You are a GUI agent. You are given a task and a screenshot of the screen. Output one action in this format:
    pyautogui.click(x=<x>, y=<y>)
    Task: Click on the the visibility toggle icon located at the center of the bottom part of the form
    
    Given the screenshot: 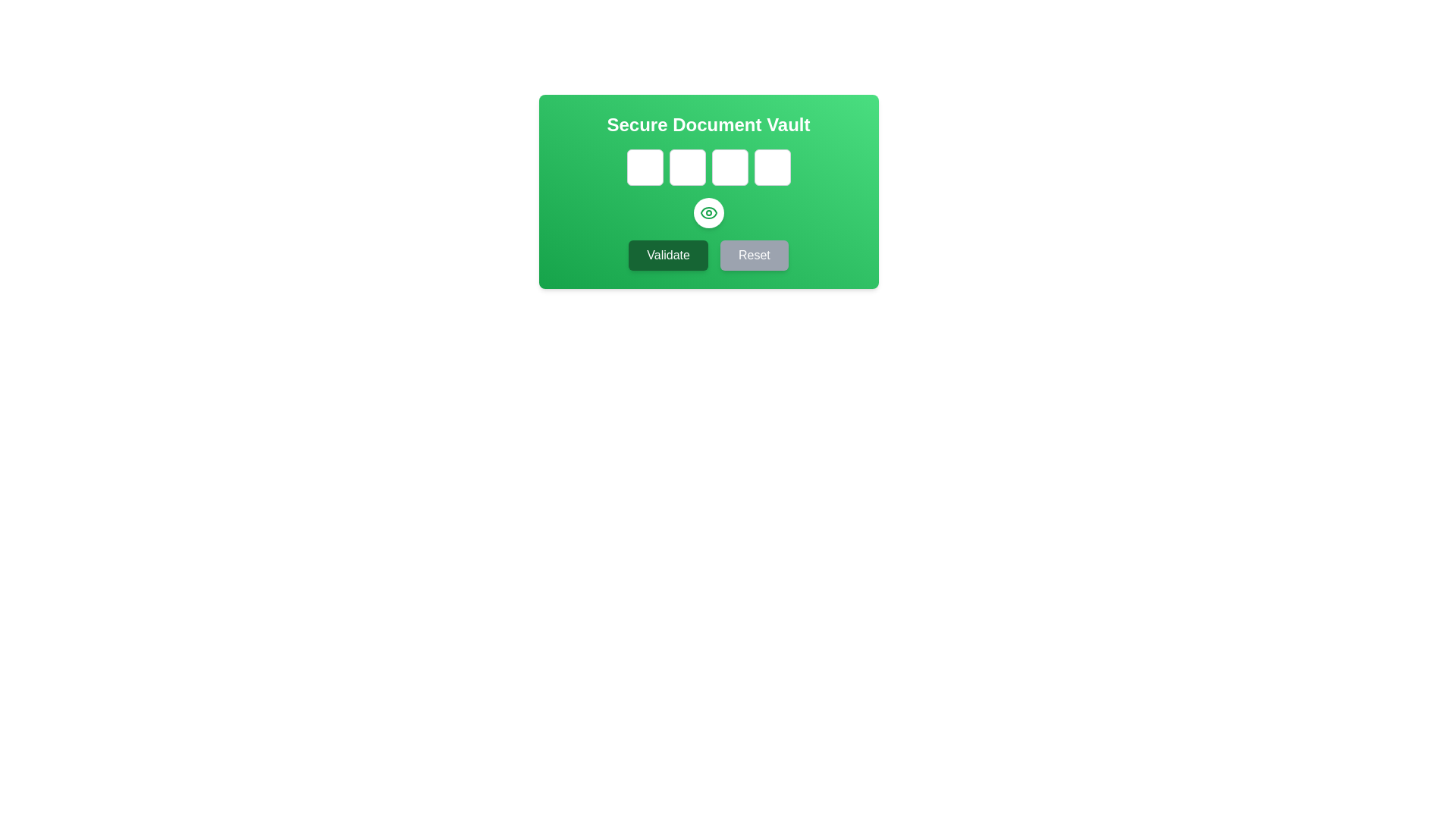 What is the action you would take?
    pyautogui.click(x=708, y=213)
    